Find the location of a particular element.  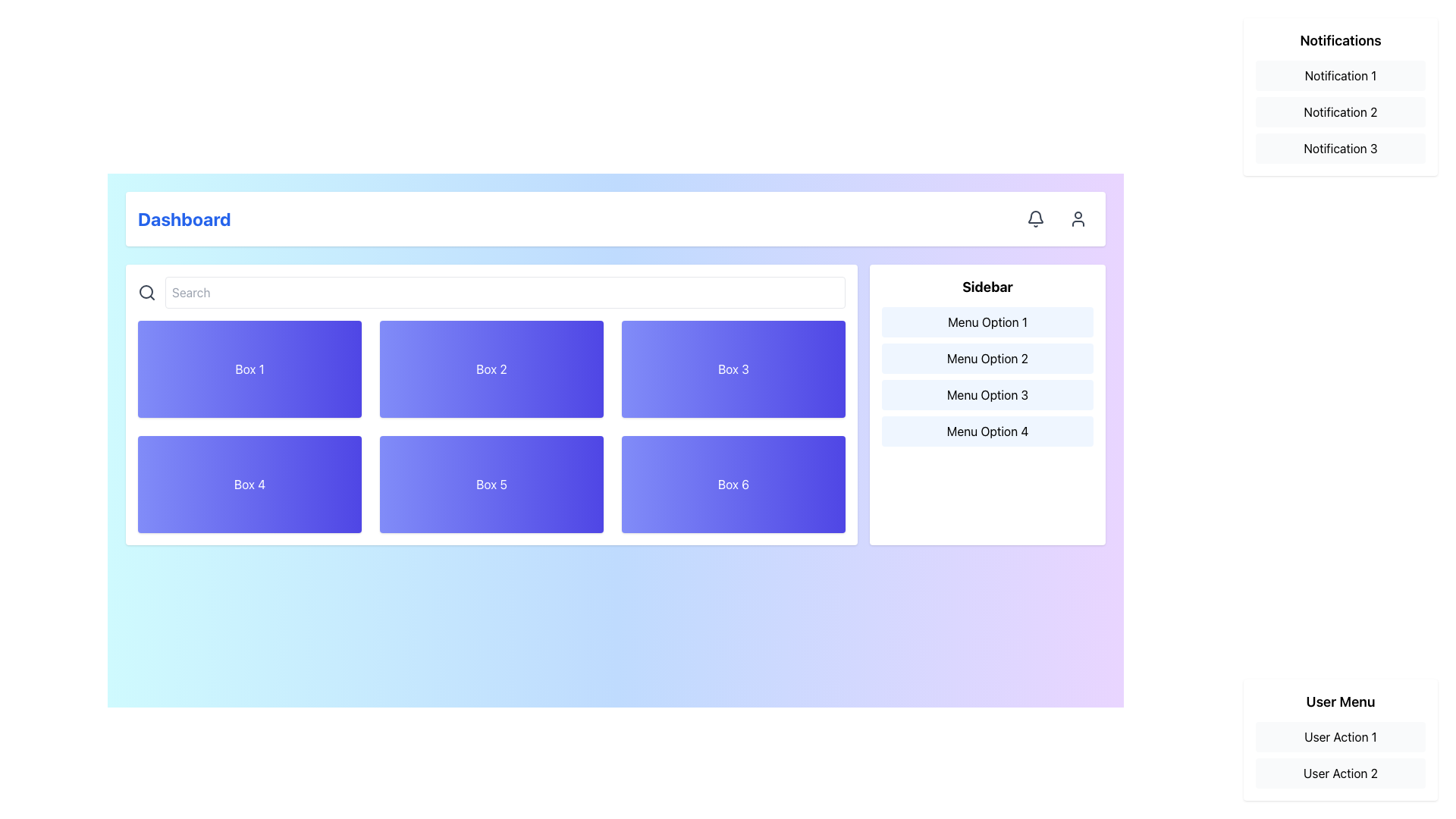

the second item in the 'User Menu' which represents 'User Action 2' to trigger the hover effect is located at coordinates (1340, 773).